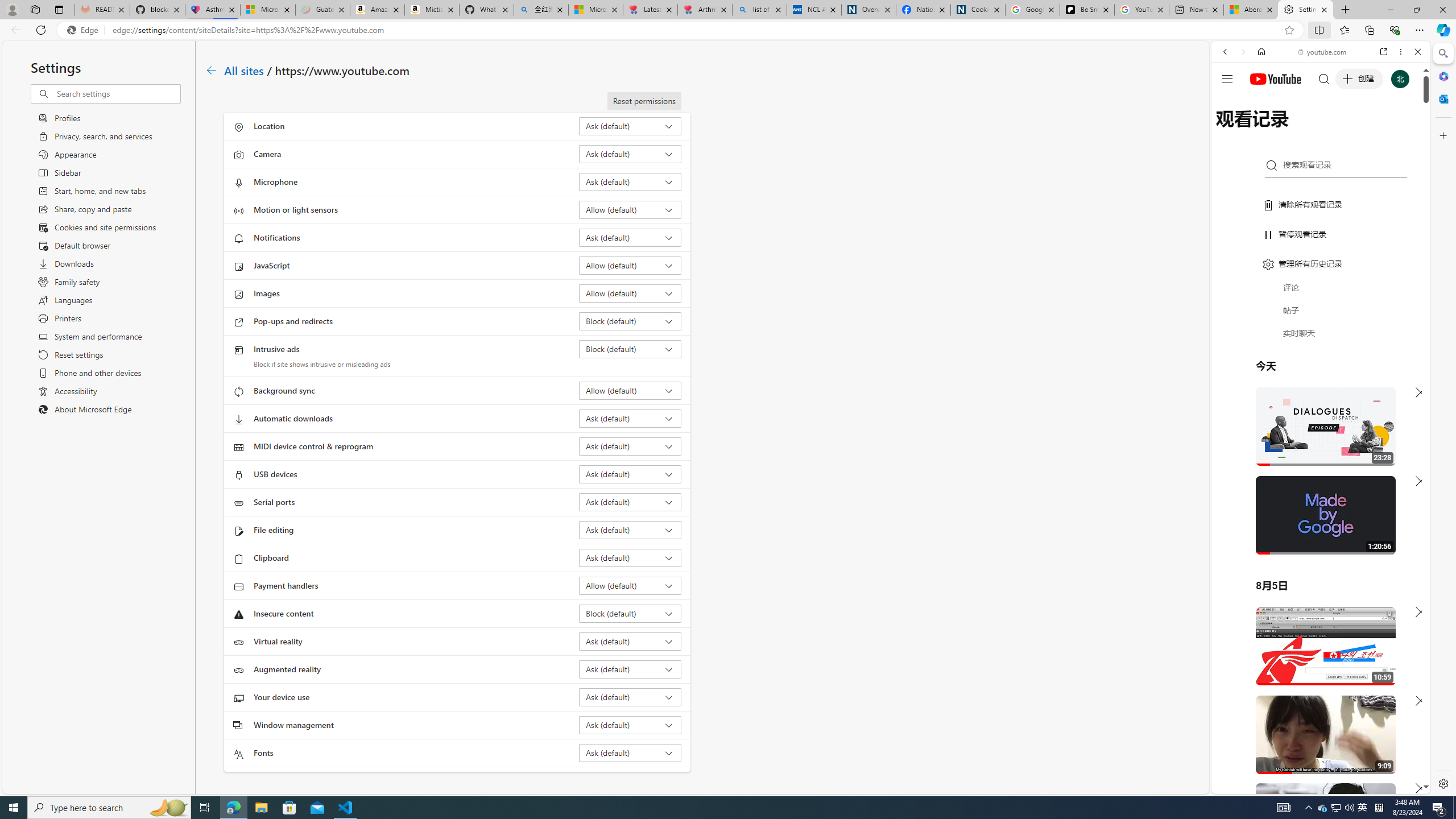 This screenshot has width=1456, height=819. What do you see at coordinates (1322, 52) in the screenshot?
I see `'youtube.com'` at bounding box center [1322, 52].